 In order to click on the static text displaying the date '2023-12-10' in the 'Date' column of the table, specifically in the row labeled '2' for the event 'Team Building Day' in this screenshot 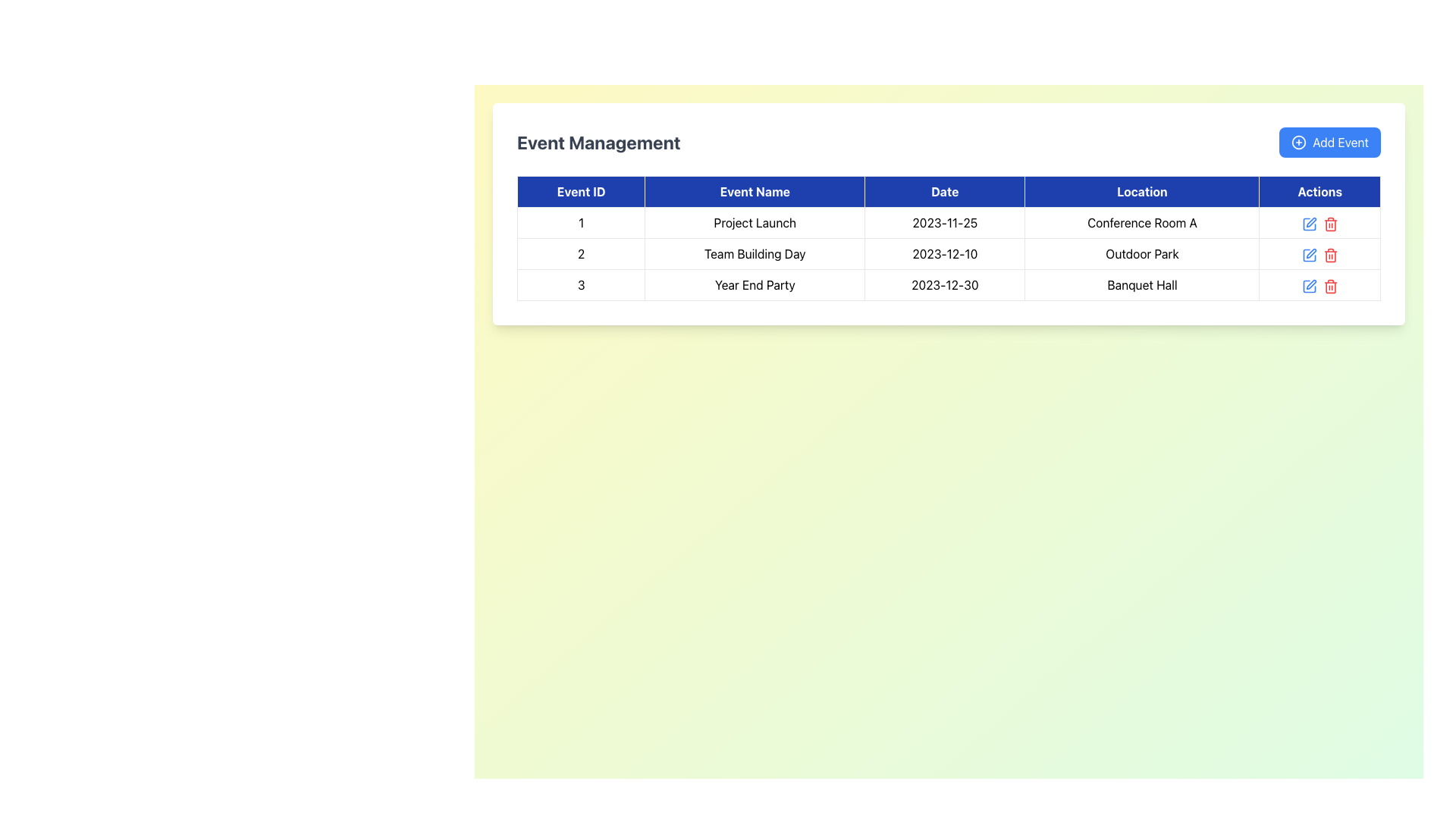, I will do `click(944, 253)`.